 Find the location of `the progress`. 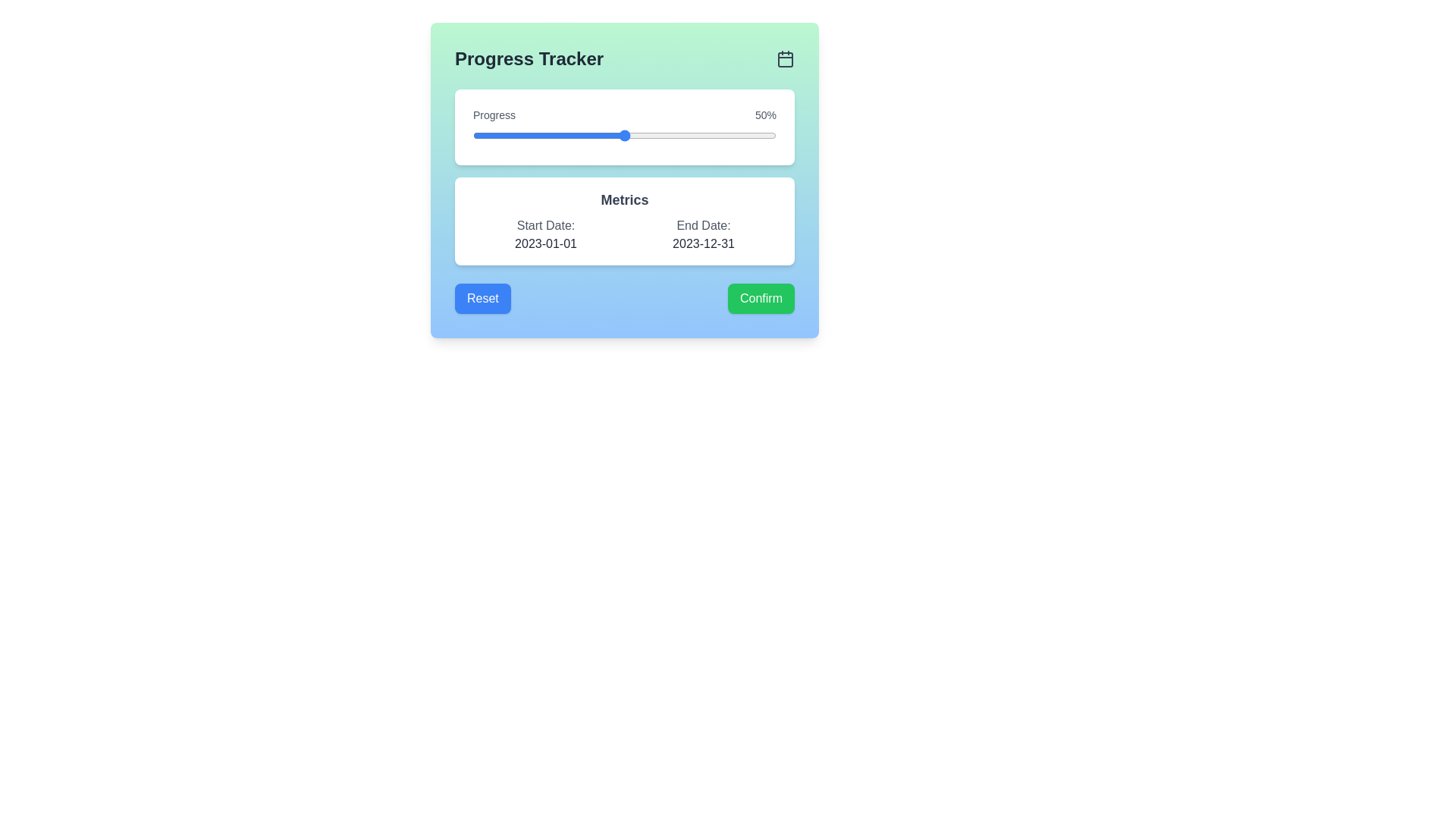

the progress is located at coordinates (578, 134).